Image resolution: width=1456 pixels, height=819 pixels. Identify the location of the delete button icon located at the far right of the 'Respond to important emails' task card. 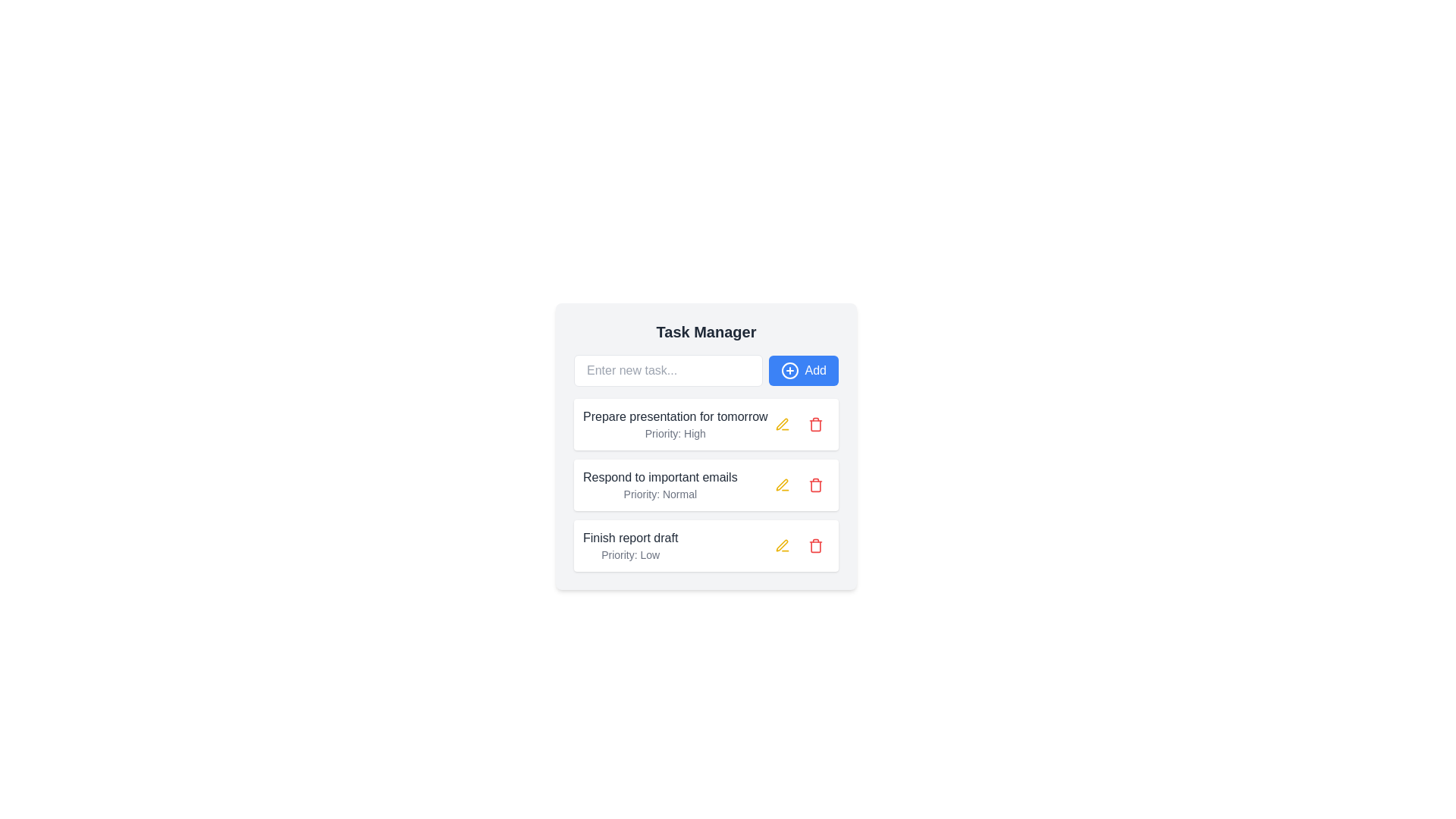
(814, 546).